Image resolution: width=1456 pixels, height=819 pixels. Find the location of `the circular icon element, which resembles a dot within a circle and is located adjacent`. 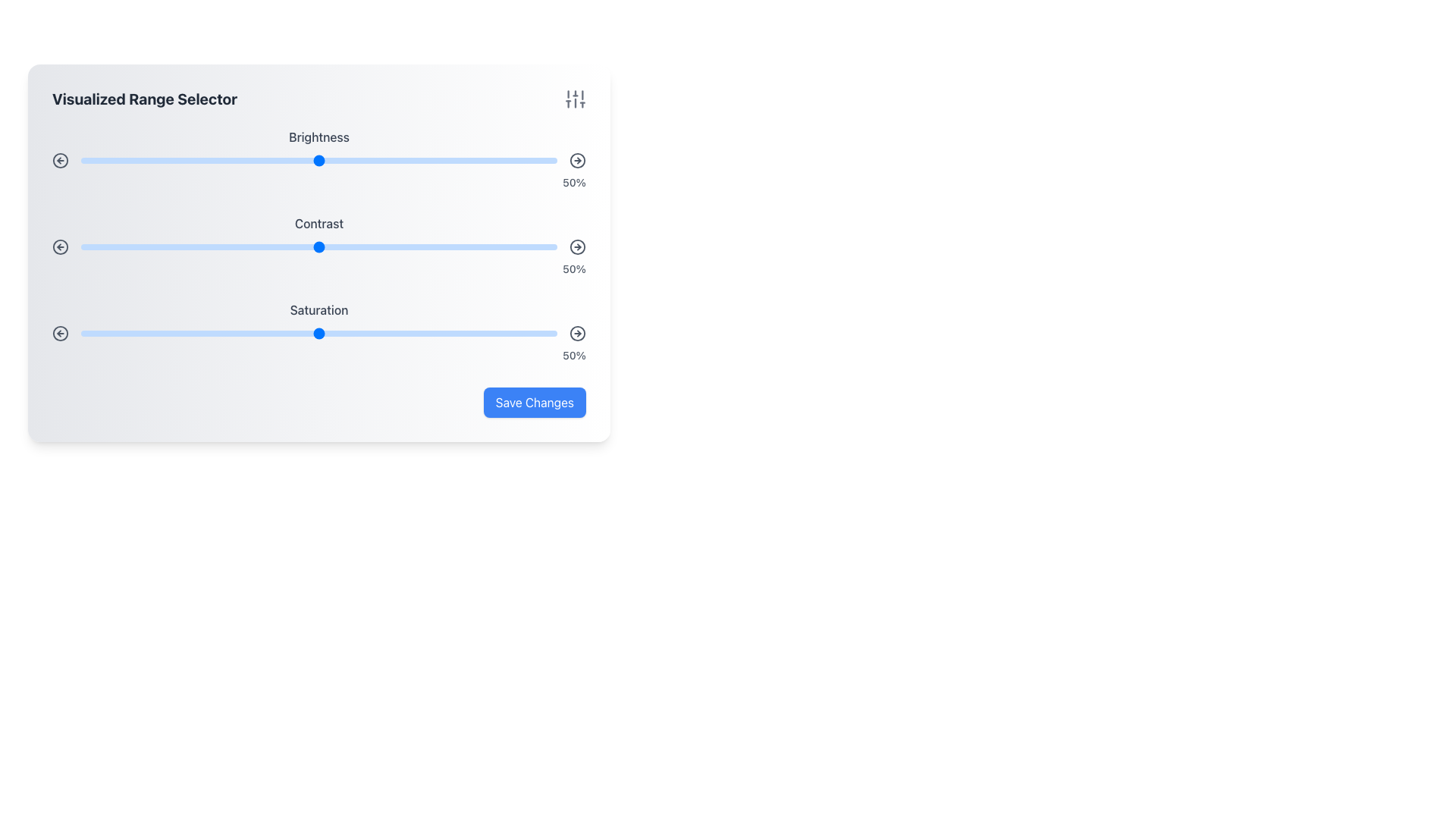

the circular icon element, which resembles a dot within a circle and is located adjacent is located at coordinates (61, 161).